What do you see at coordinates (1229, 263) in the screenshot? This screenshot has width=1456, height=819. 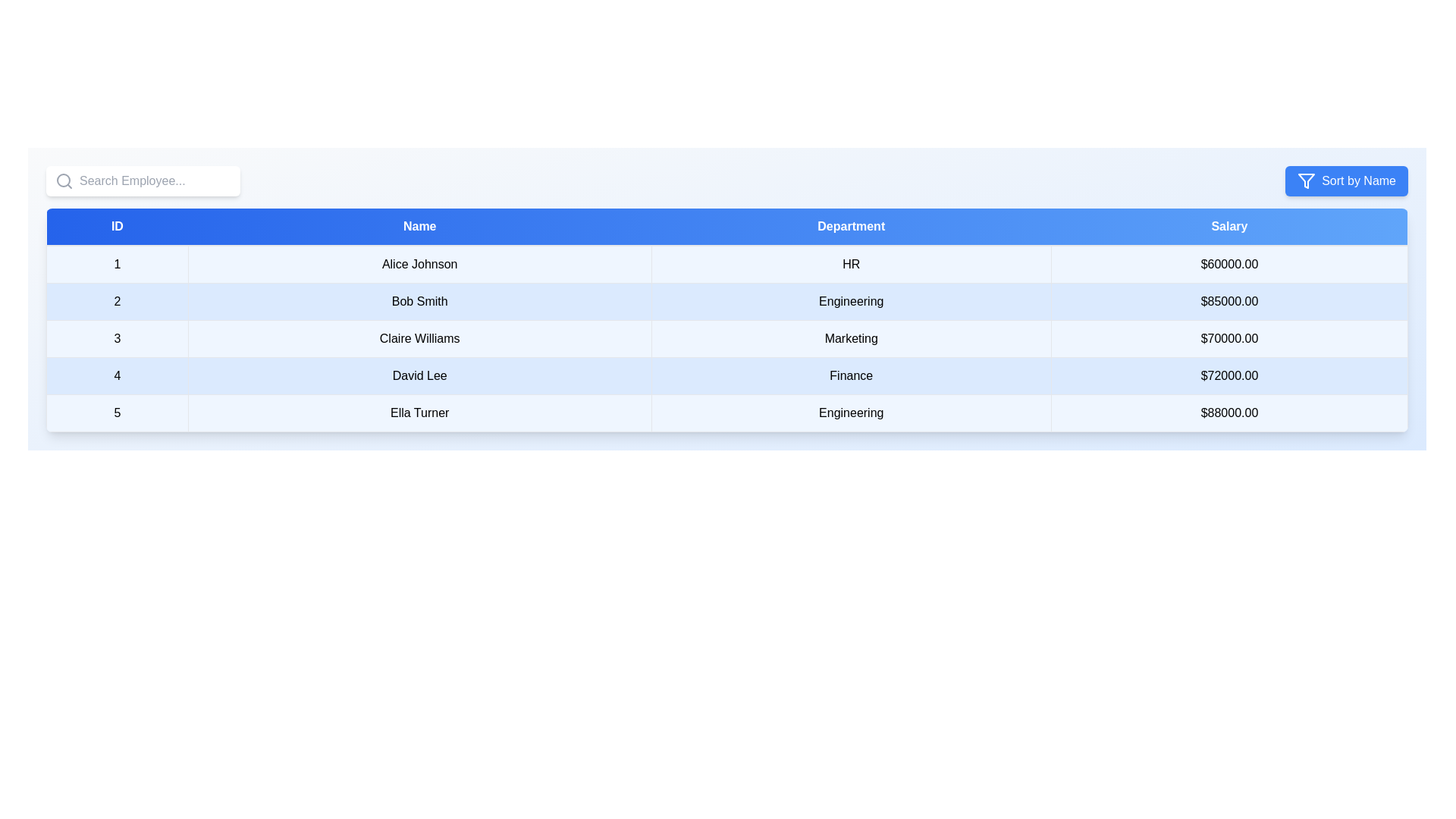 I see `the static text element displaying the salary of Alice Johnson, located in the Salary column of the first row of the table` at bounding box center [1229, 263].